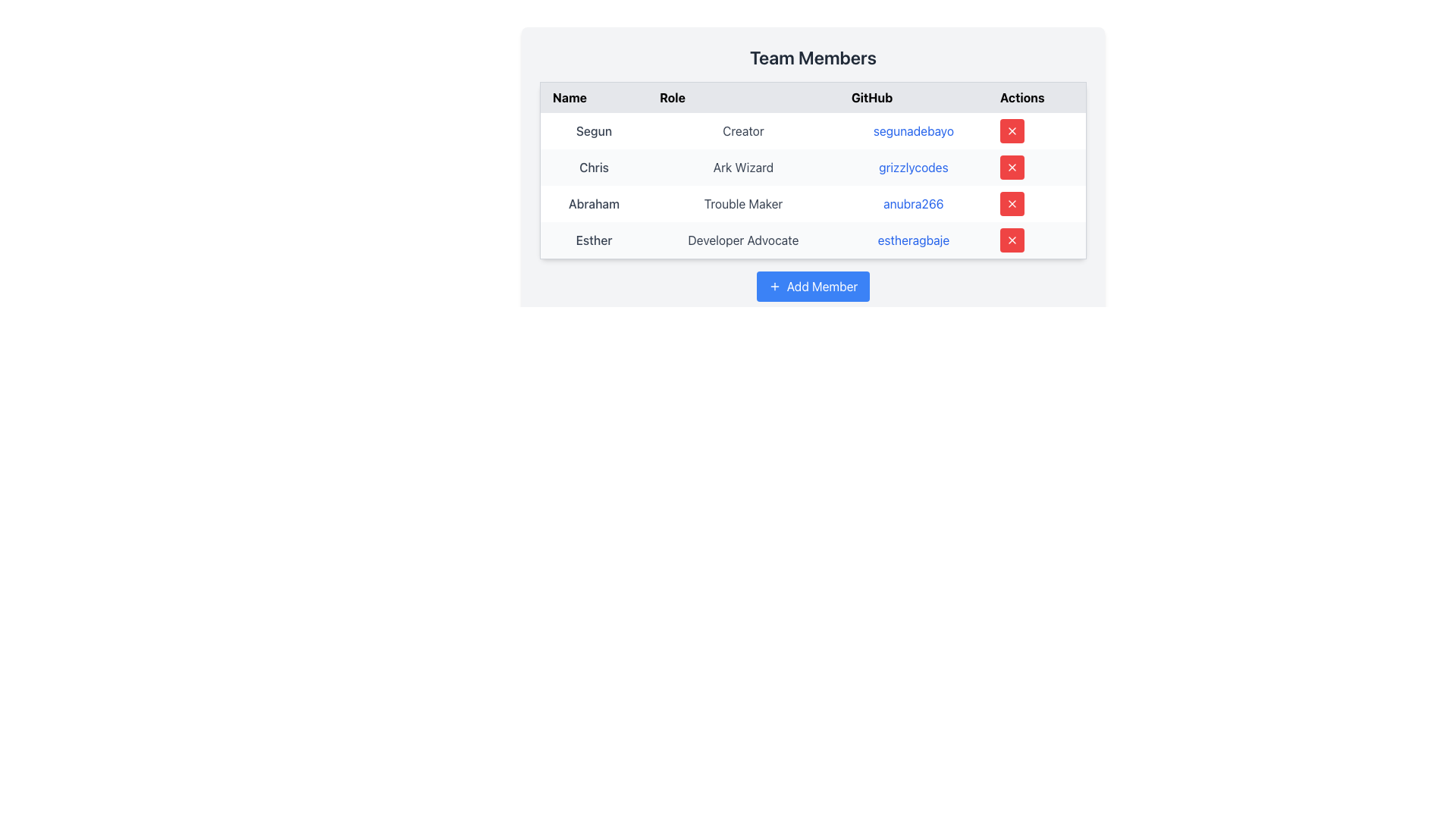 The image size is (1456, 819). Describe the element at coordinates (912, 167) in the screenshot. I see `the 'grizzlycodes' link styled in blue text with an underline located in the 'GitHub' column of the table for member Chris` at that location.